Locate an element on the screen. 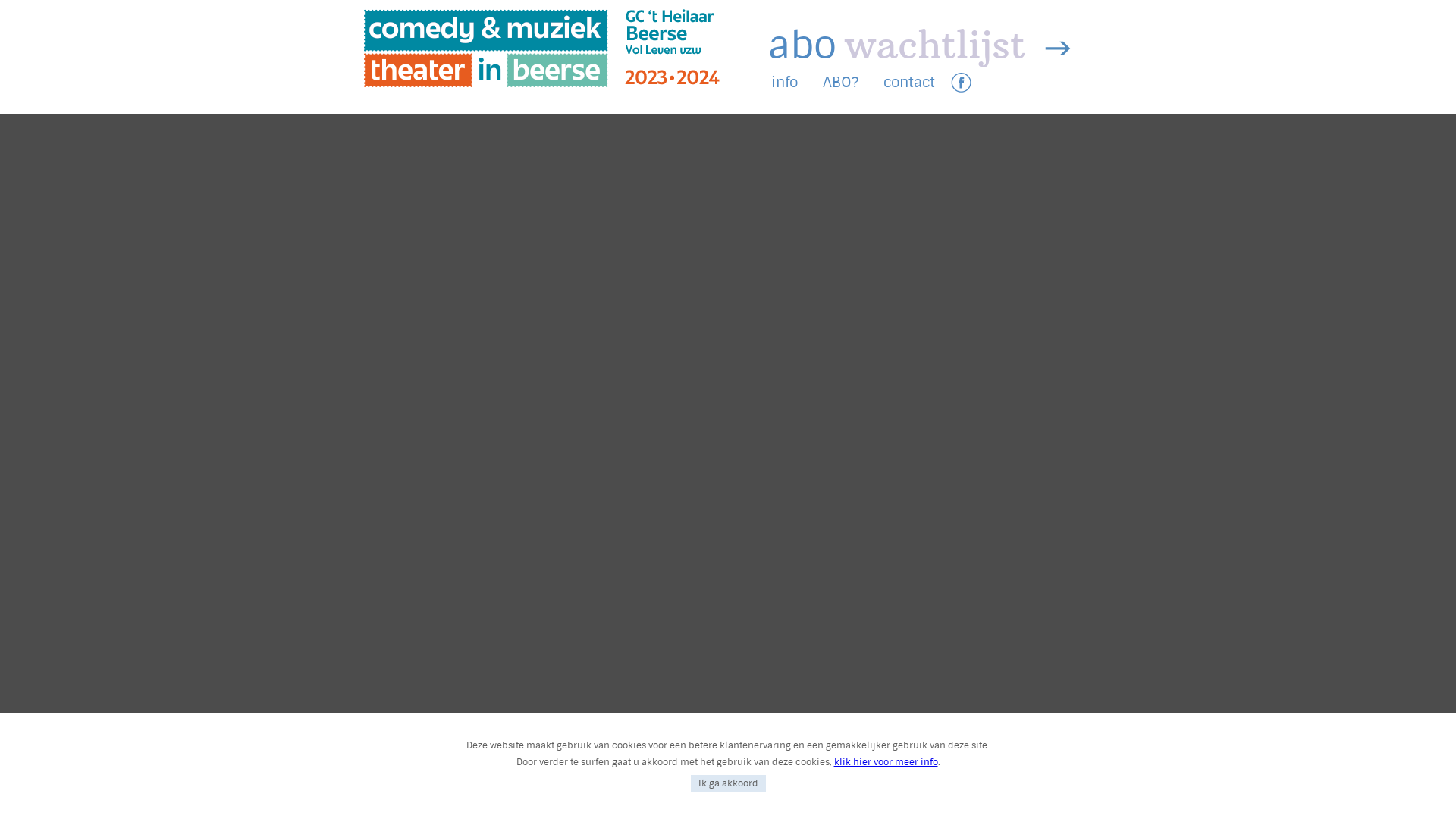 The image size is (1456, 819). 'klik hier voor meer info' is located at coordinates (886, 762).